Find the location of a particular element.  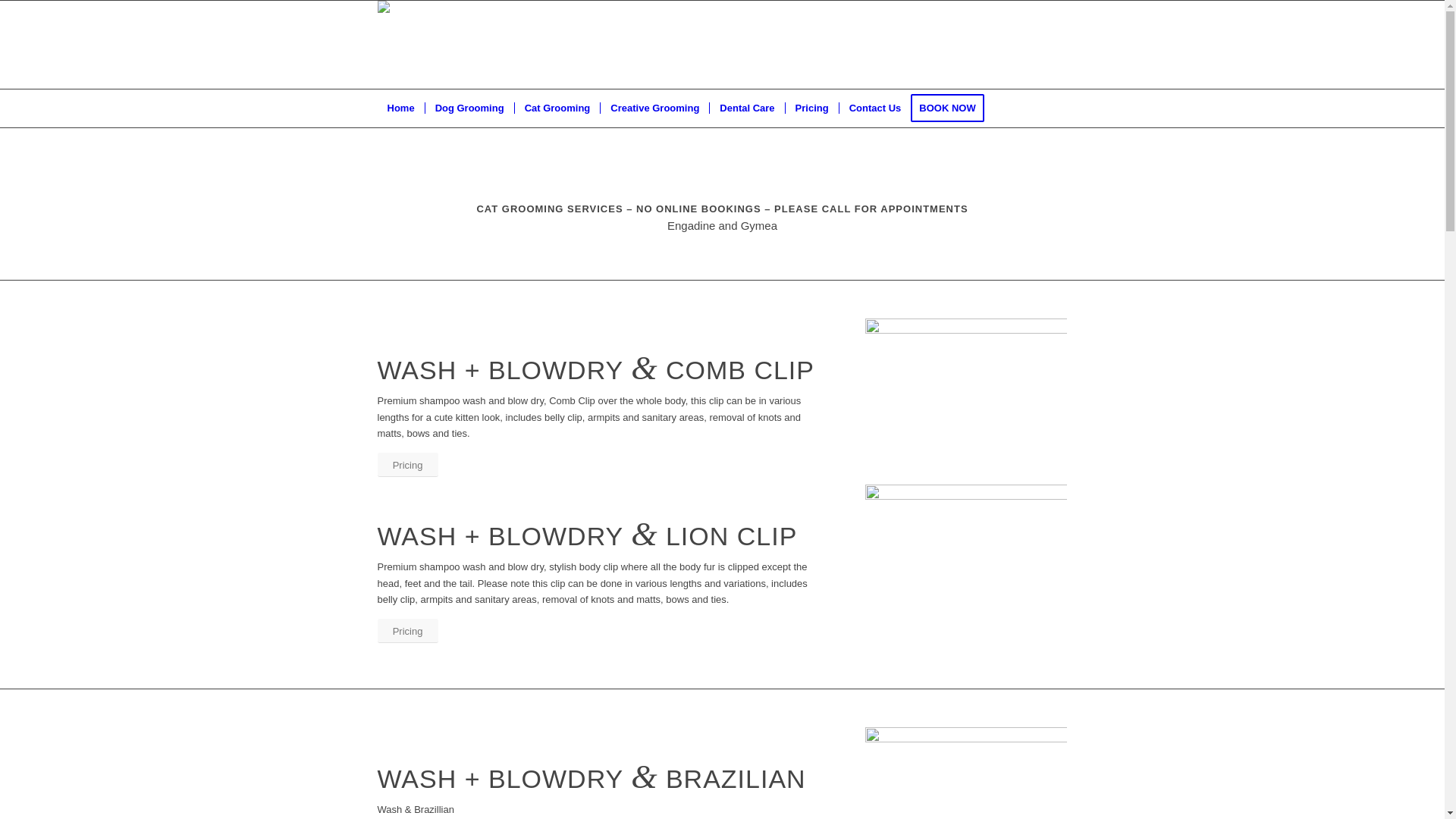

'Dental Care' is located at coordinates (746, 107).